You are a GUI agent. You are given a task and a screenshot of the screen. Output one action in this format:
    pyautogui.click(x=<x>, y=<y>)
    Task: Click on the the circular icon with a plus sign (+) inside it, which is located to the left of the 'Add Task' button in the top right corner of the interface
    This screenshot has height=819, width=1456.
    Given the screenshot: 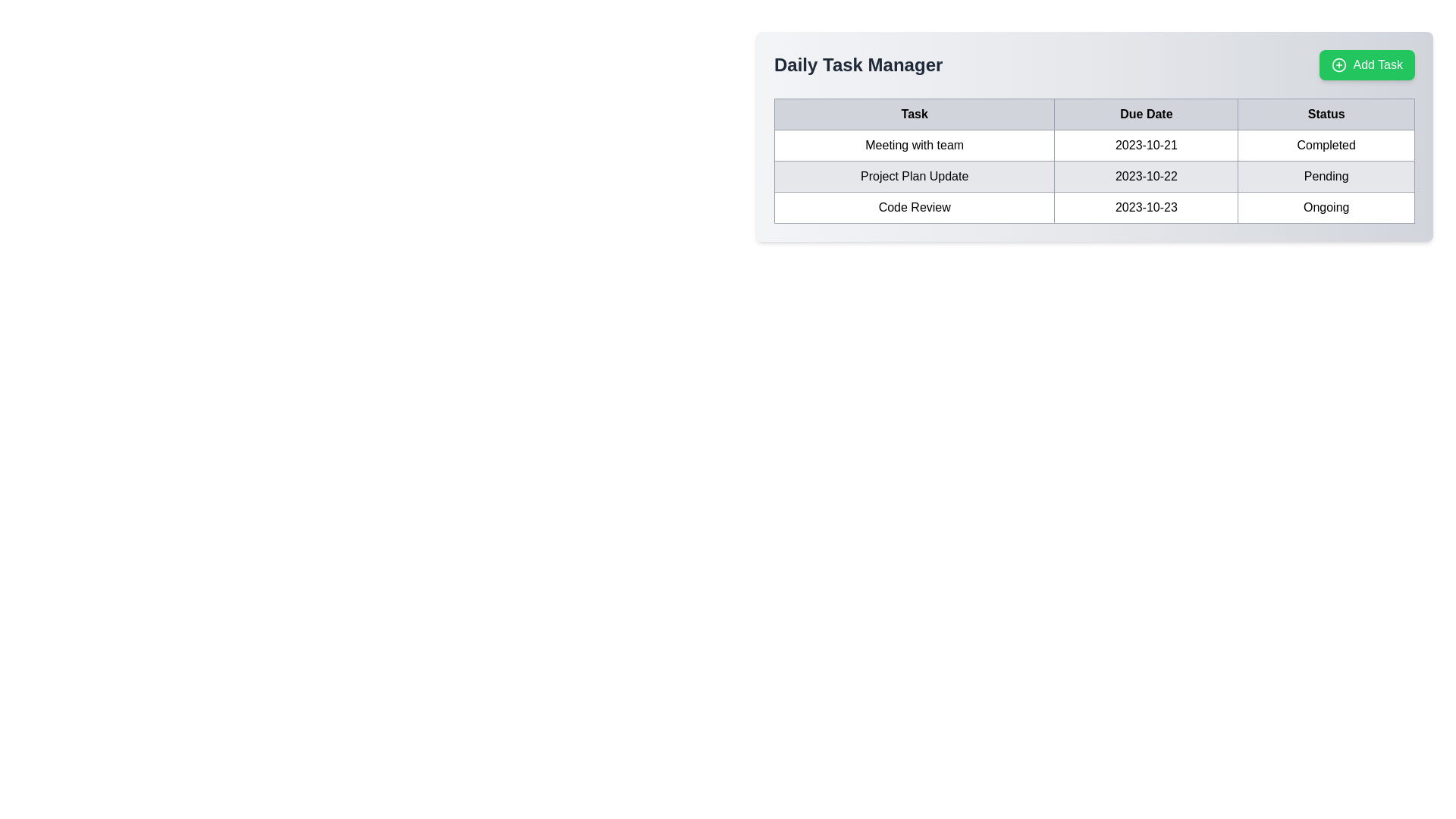 What is the action you would take?
    pyautogui.click(x=1339, y=64)
    